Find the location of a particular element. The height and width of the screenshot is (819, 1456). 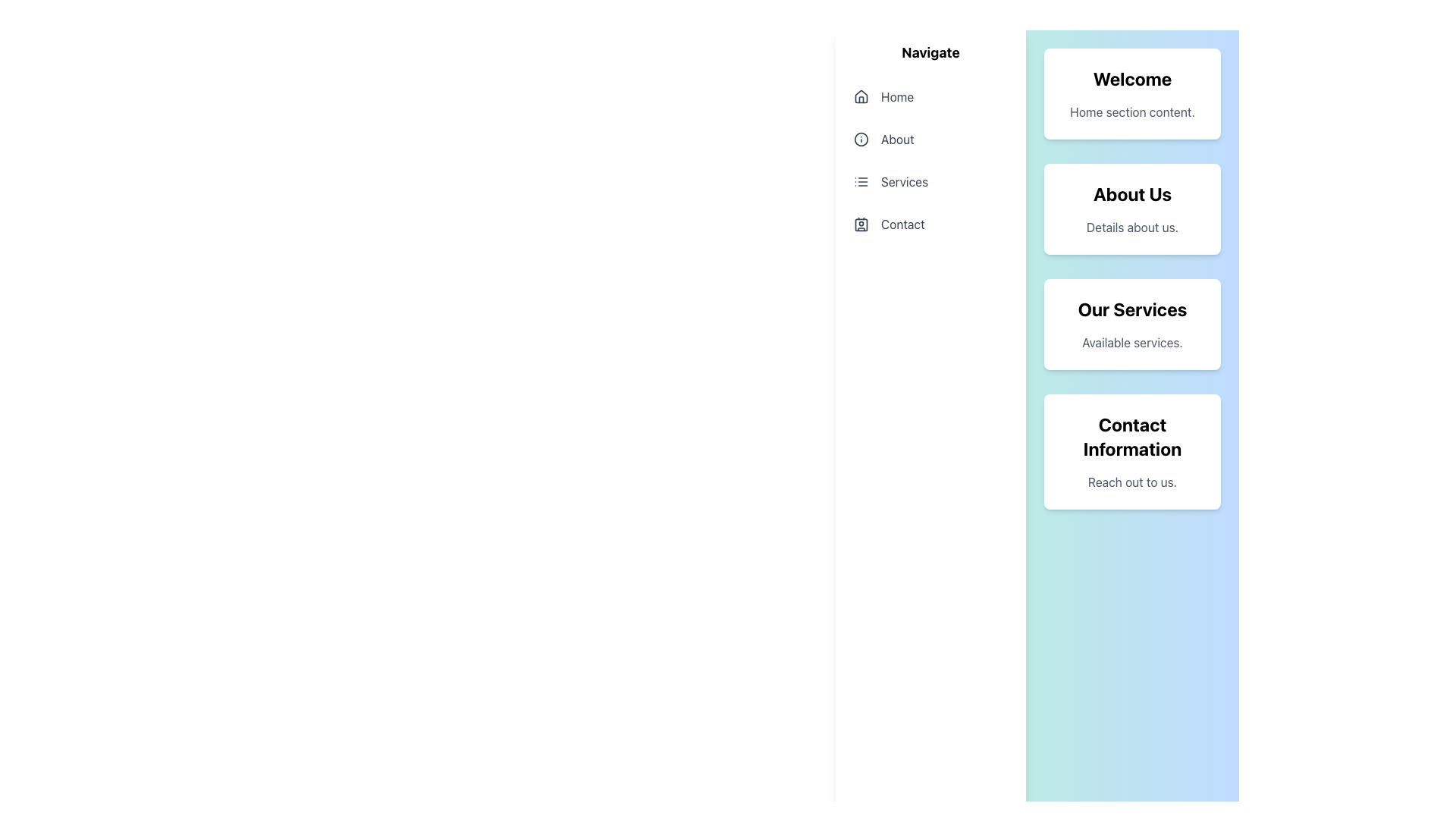

the Text Label at the top of the navigation menu that indicates the purpose of the list of items below it is located at coordinates (930, 52).